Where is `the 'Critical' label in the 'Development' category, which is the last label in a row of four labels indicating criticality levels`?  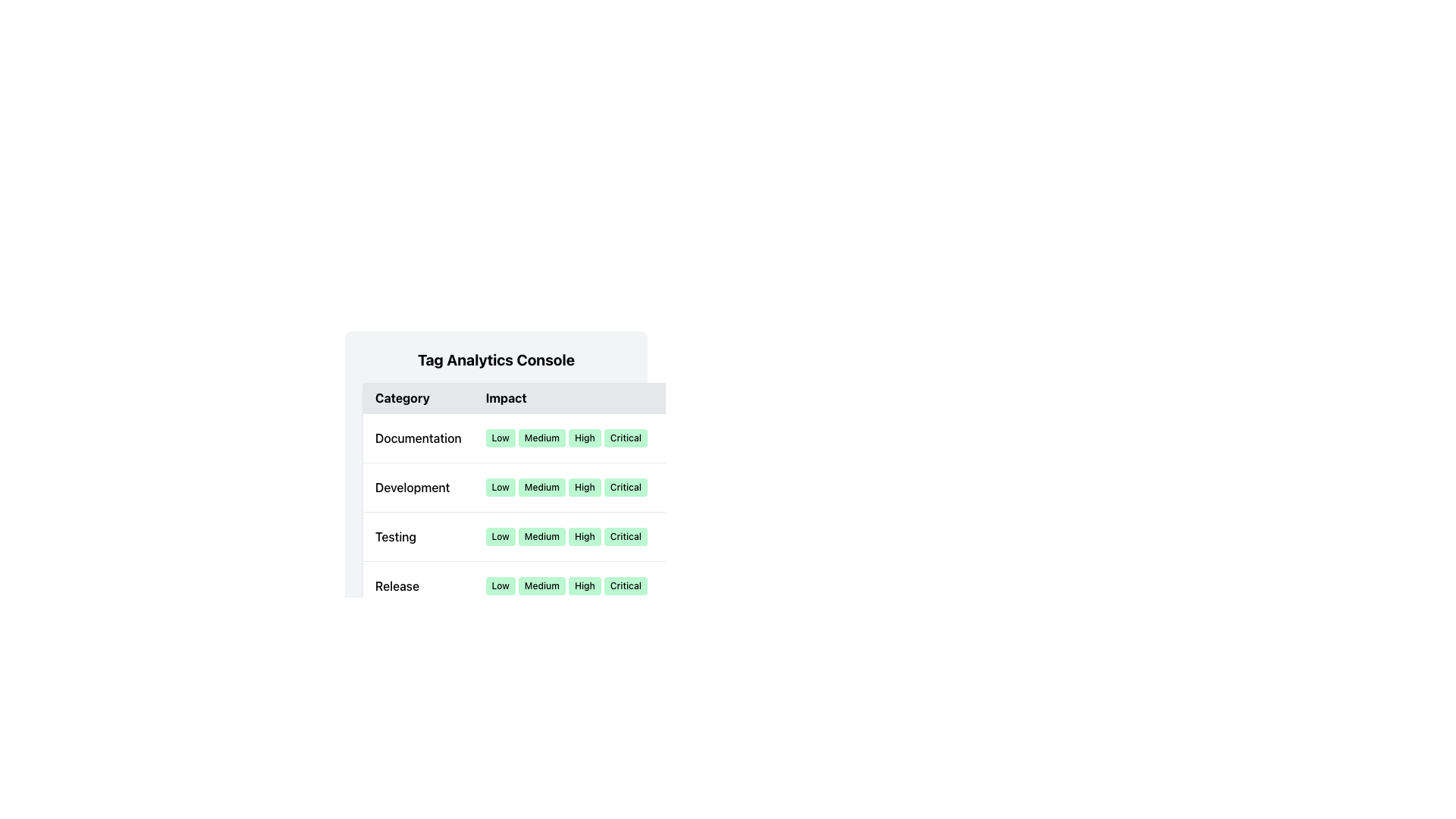
the 'Critical' label in the 'Development' category, which is the last label in a row of four labels indicating criticality levels is located at coordinates (626, 488).